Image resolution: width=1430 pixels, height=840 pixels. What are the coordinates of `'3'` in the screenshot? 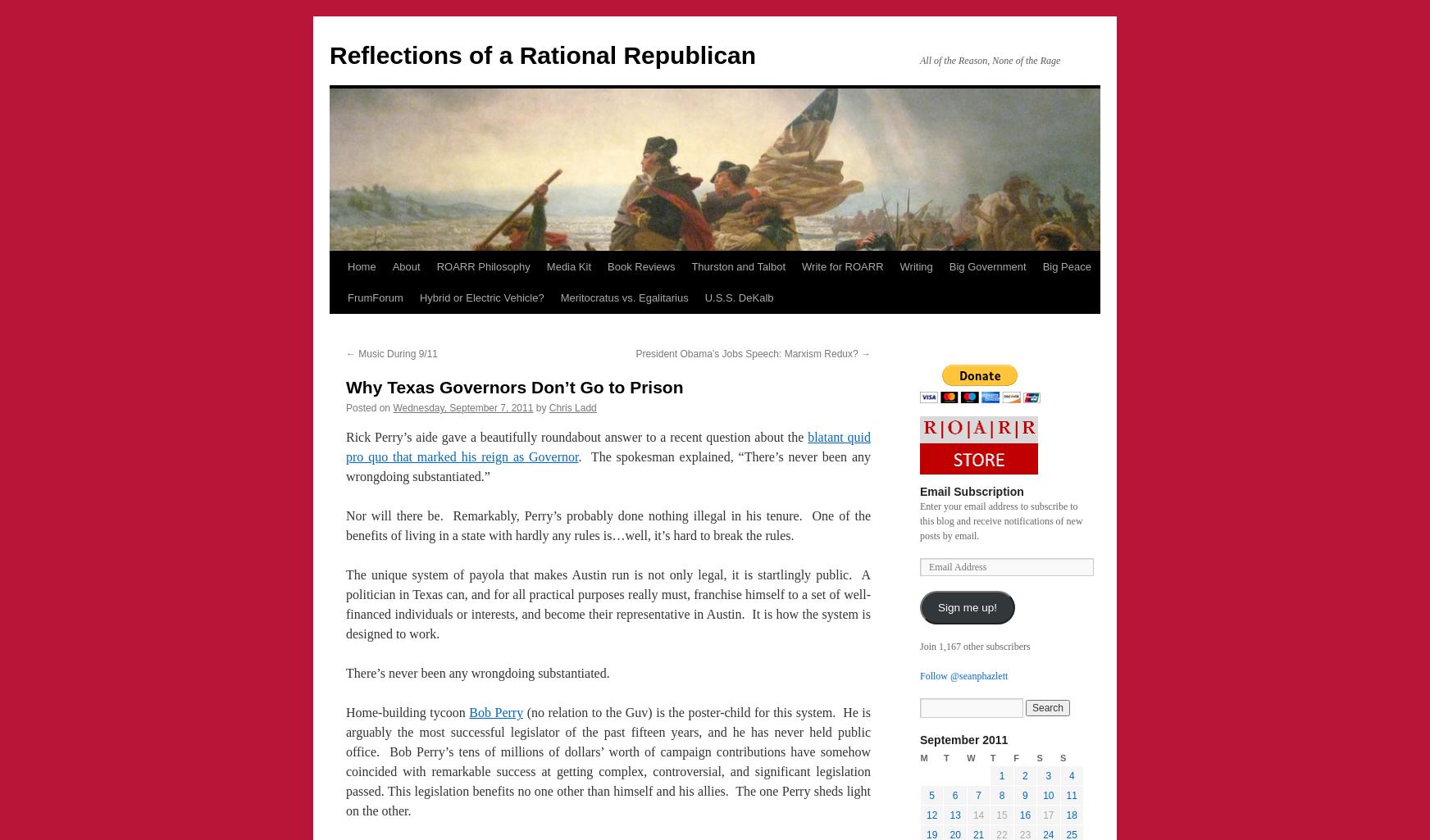 It's located at (1048, 775).